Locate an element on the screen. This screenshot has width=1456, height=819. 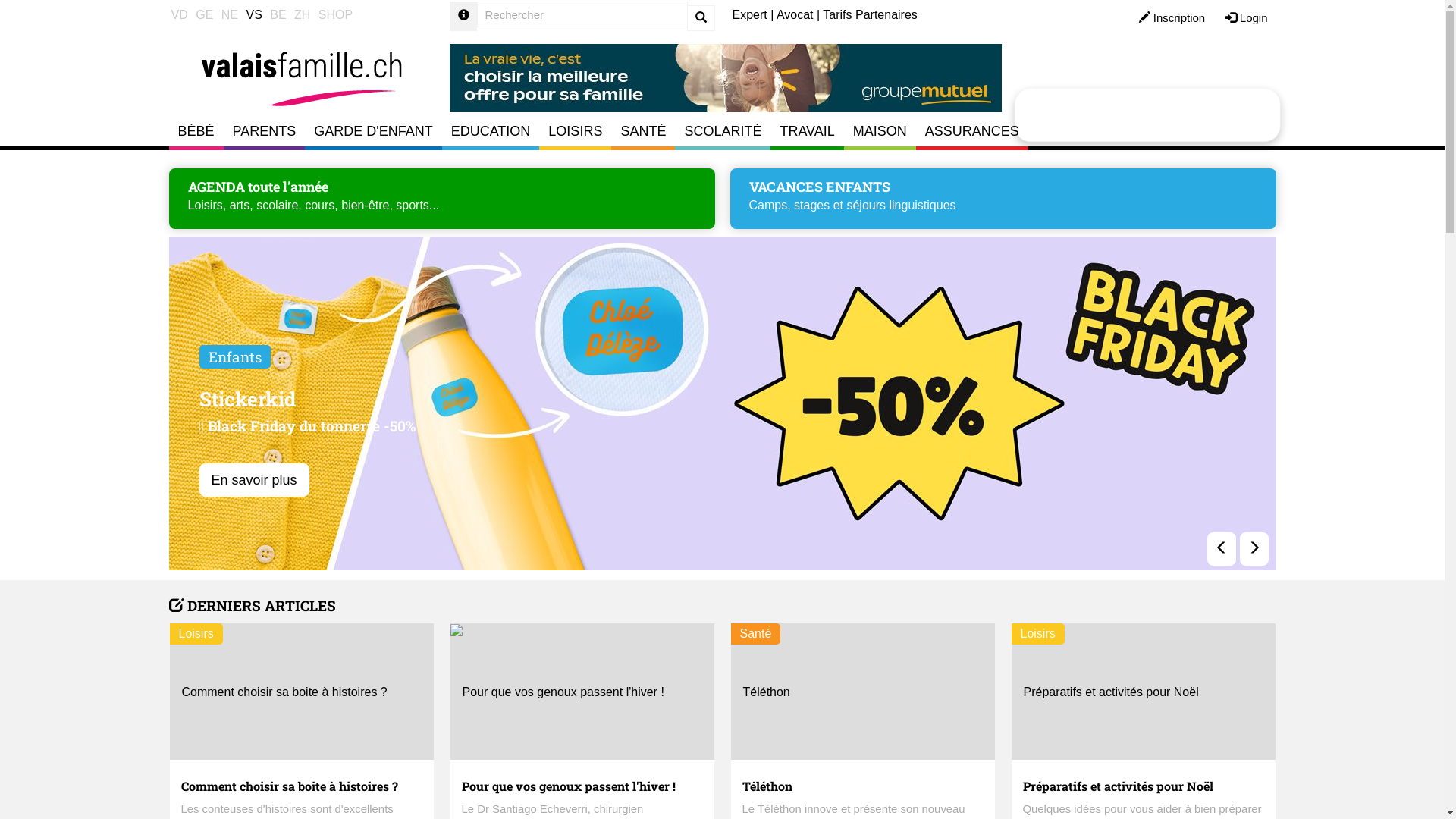
'GE' is located at coordinates (203, 15).